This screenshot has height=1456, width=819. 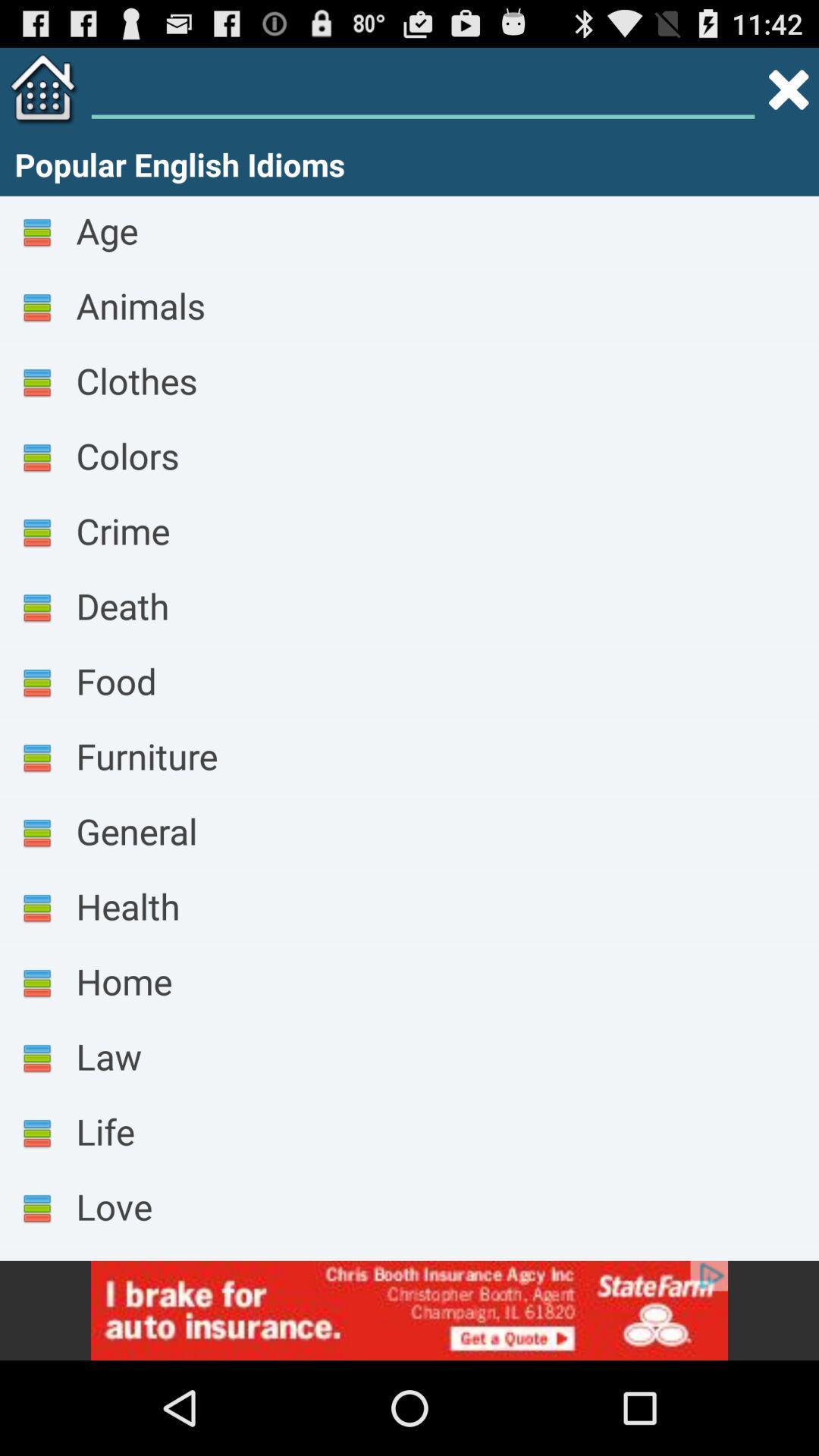 What do you see at coordinates (39, 95) in the screenshot?
I see `the home icon` at bounding box center [39, 95].